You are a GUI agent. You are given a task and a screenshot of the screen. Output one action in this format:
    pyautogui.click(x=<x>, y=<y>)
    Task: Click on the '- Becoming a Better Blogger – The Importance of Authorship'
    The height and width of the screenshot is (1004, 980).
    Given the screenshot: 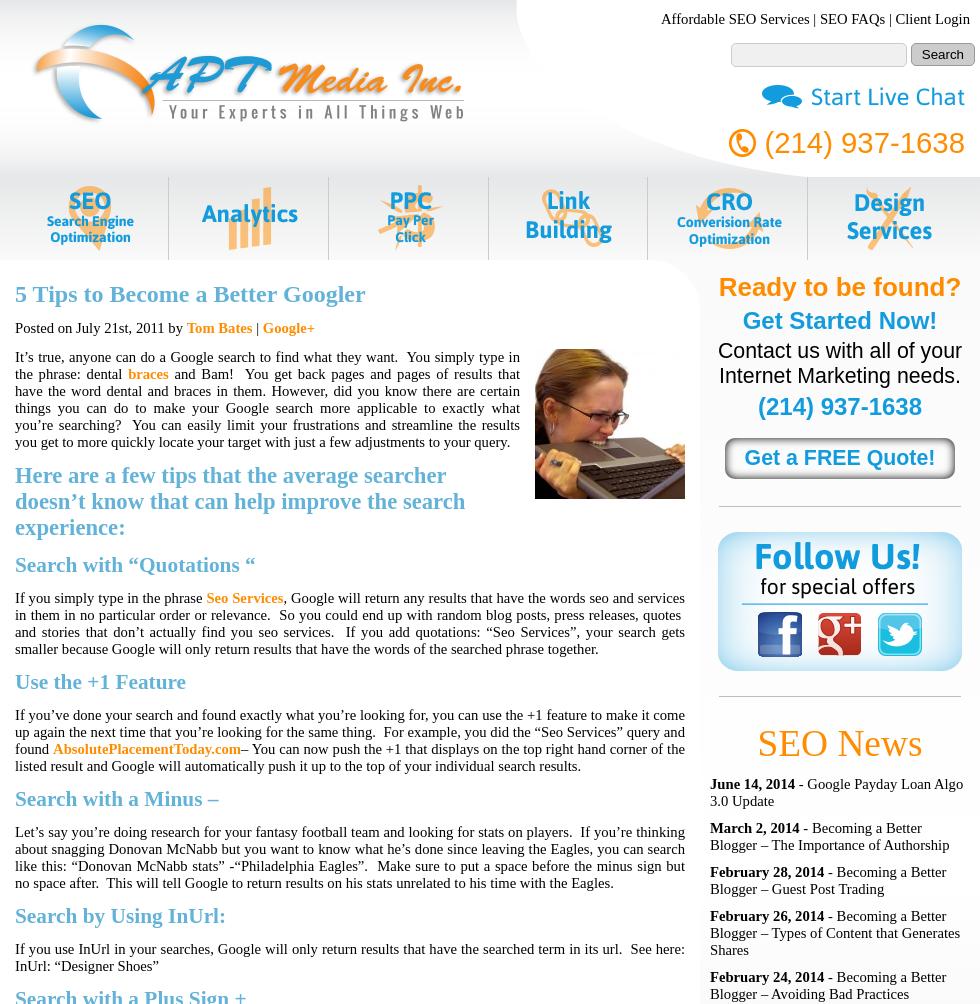 What is the action you would take?
    pyautogui.click(x=829, y=836)
    